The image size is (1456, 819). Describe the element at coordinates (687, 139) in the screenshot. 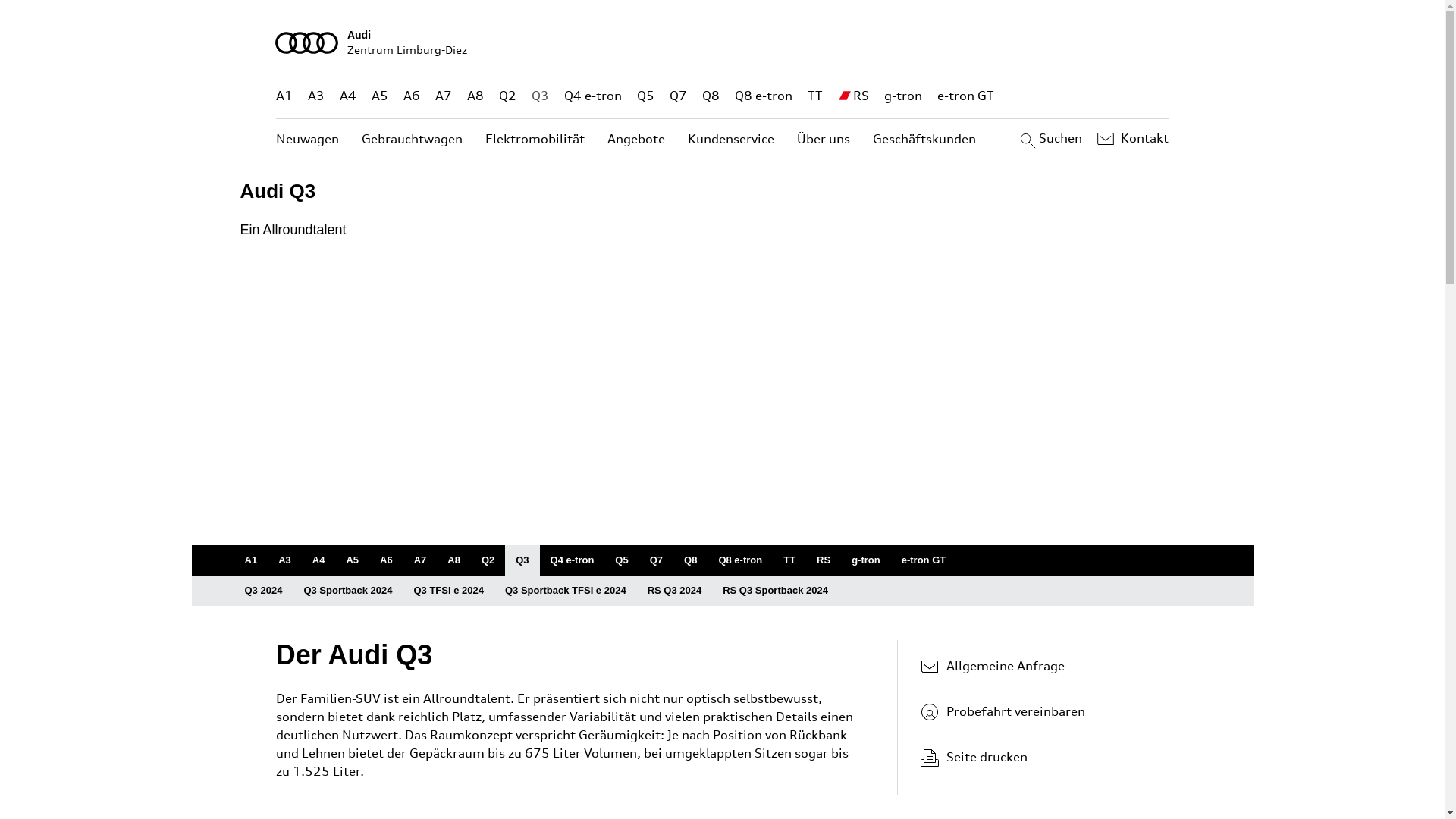

I see `'Kundenservice'` at that location.